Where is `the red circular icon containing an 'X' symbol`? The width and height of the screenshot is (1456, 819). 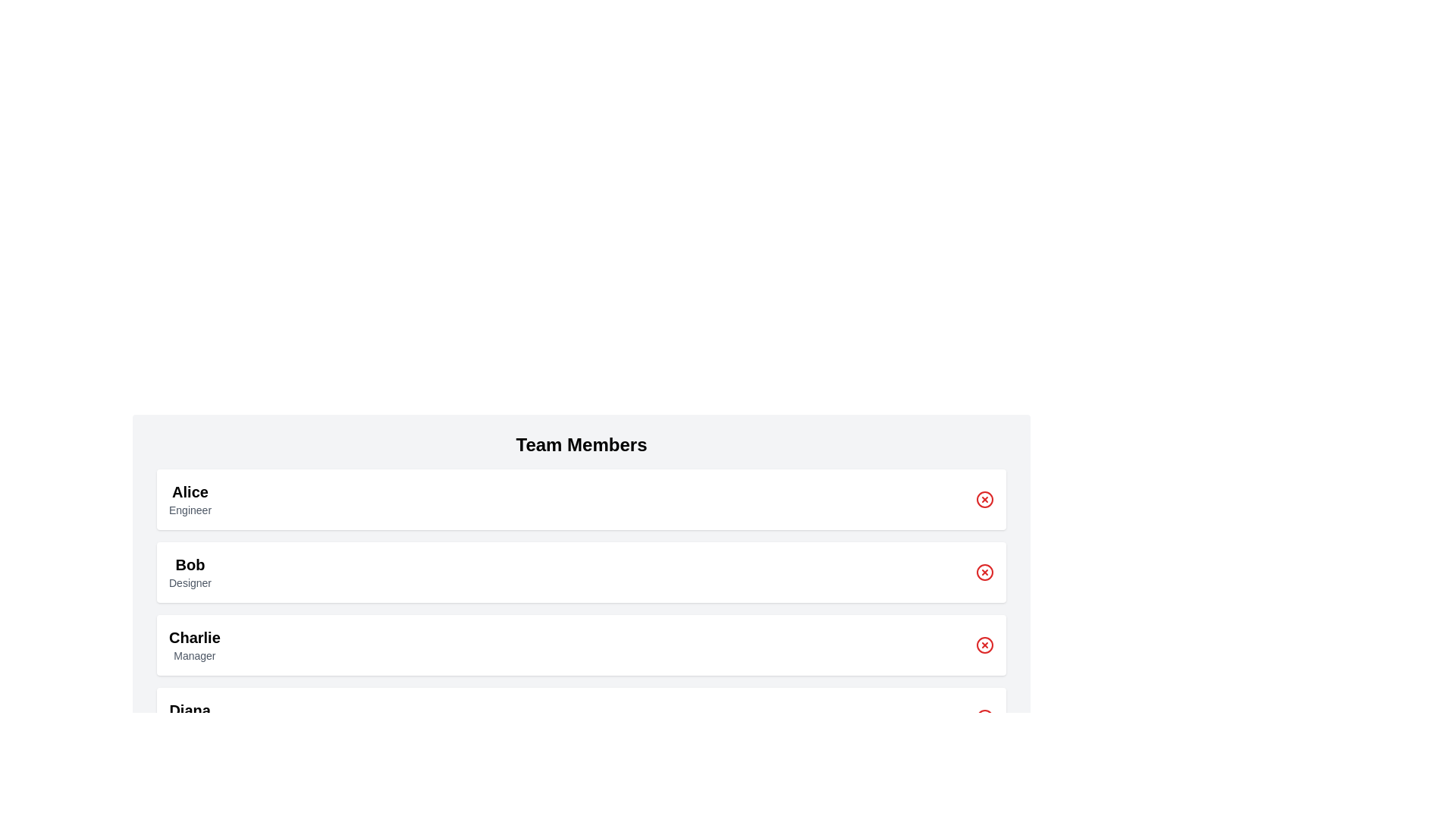
the red circular icon containing an 'X' symbol is located at coordinates (985, 573).